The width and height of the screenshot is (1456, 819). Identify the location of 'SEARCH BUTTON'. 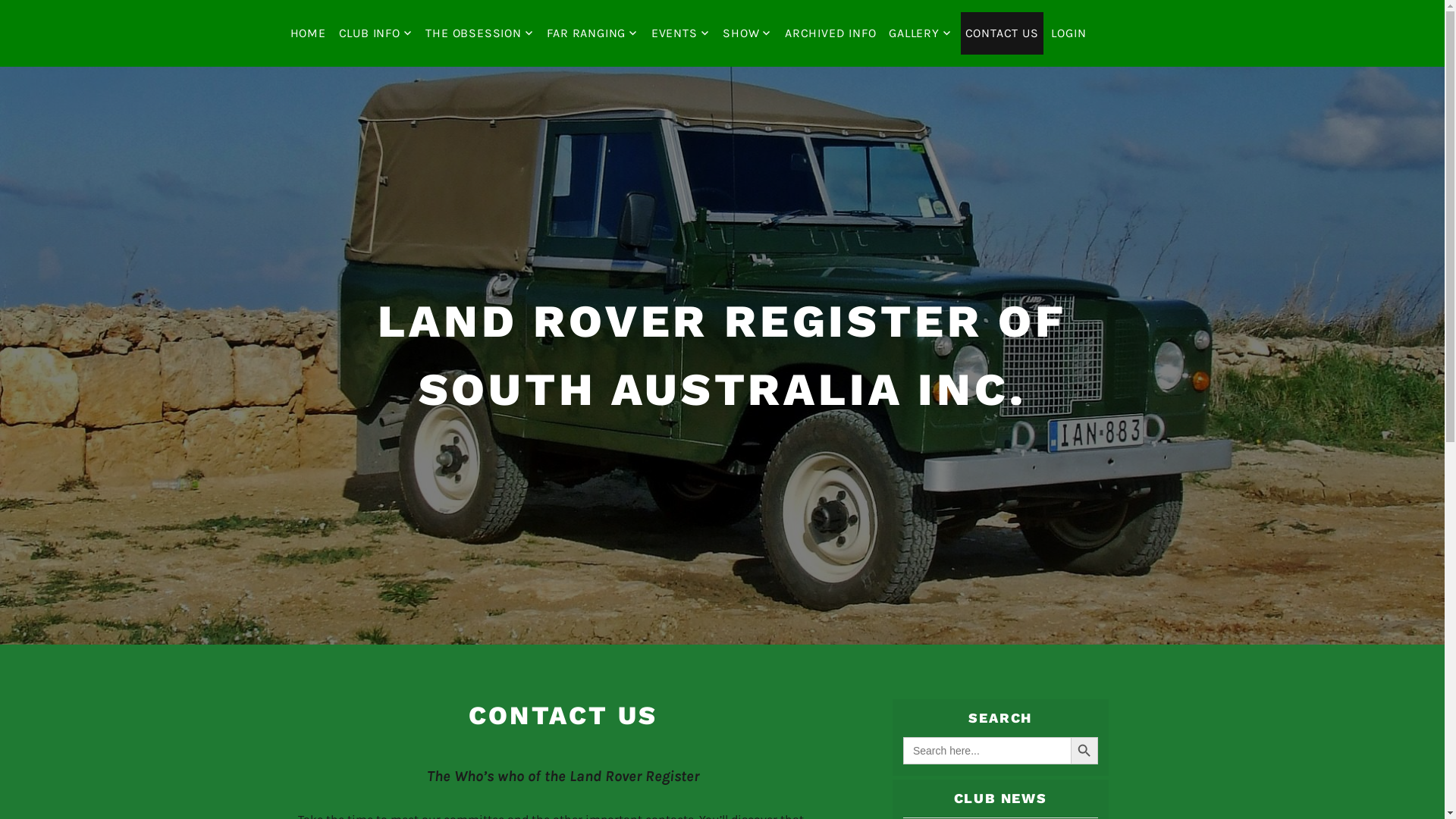
(1084, 751).